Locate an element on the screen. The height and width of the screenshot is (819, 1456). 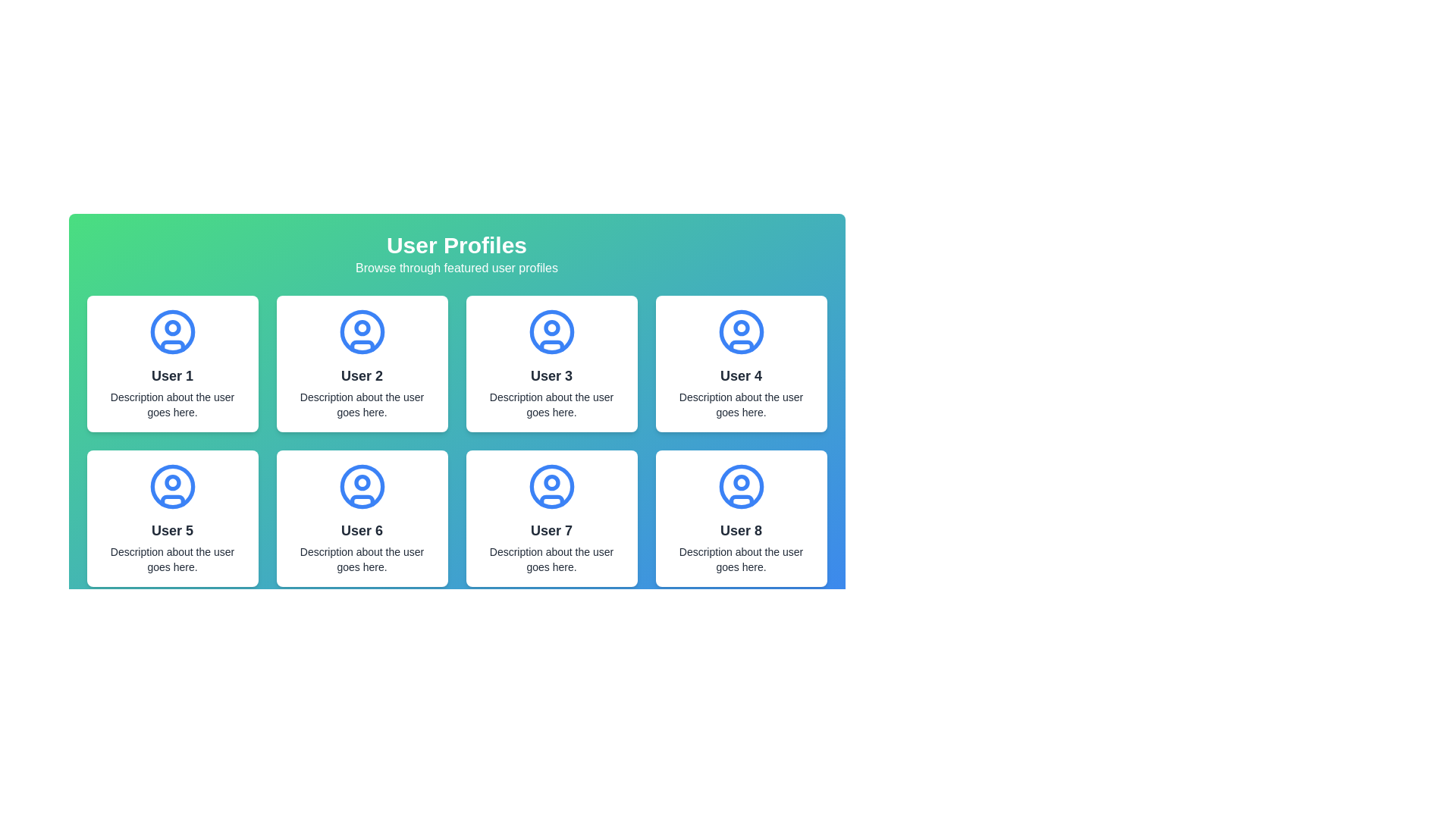
the SVG Circle that is part of the user profile icon labeled 'User 3', which is located in the third position of the top row in a grid layout is located at coordinates (551, 331).